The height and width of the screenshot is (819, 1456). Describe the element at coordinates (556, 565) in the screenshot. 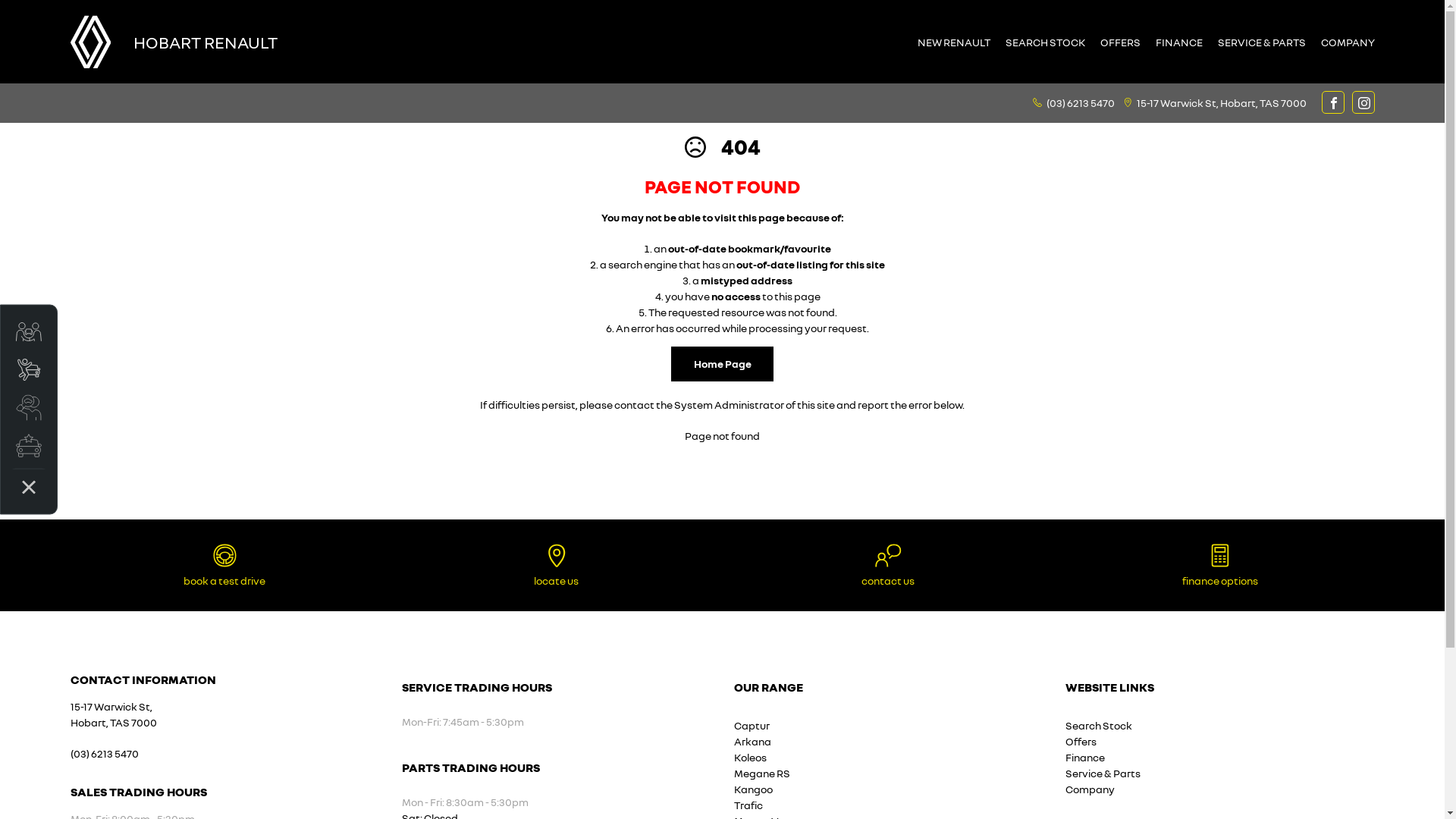

I see `'locate us'` at that location.